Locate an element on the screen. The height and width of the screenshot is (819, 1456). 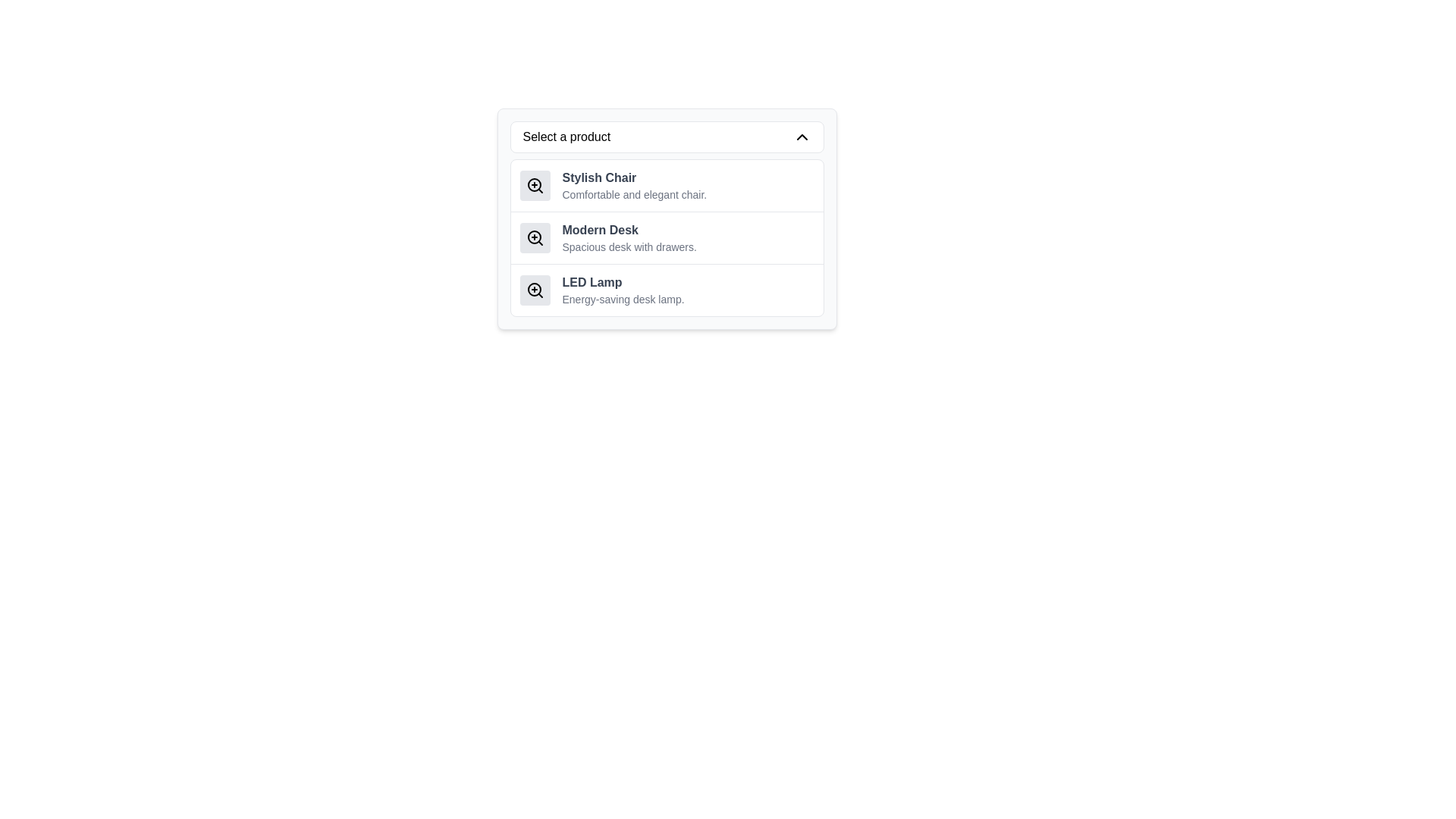
the text label that prompts users to 'Select a product' by moving the cursor to its center point is located at coordinates (566, 137).